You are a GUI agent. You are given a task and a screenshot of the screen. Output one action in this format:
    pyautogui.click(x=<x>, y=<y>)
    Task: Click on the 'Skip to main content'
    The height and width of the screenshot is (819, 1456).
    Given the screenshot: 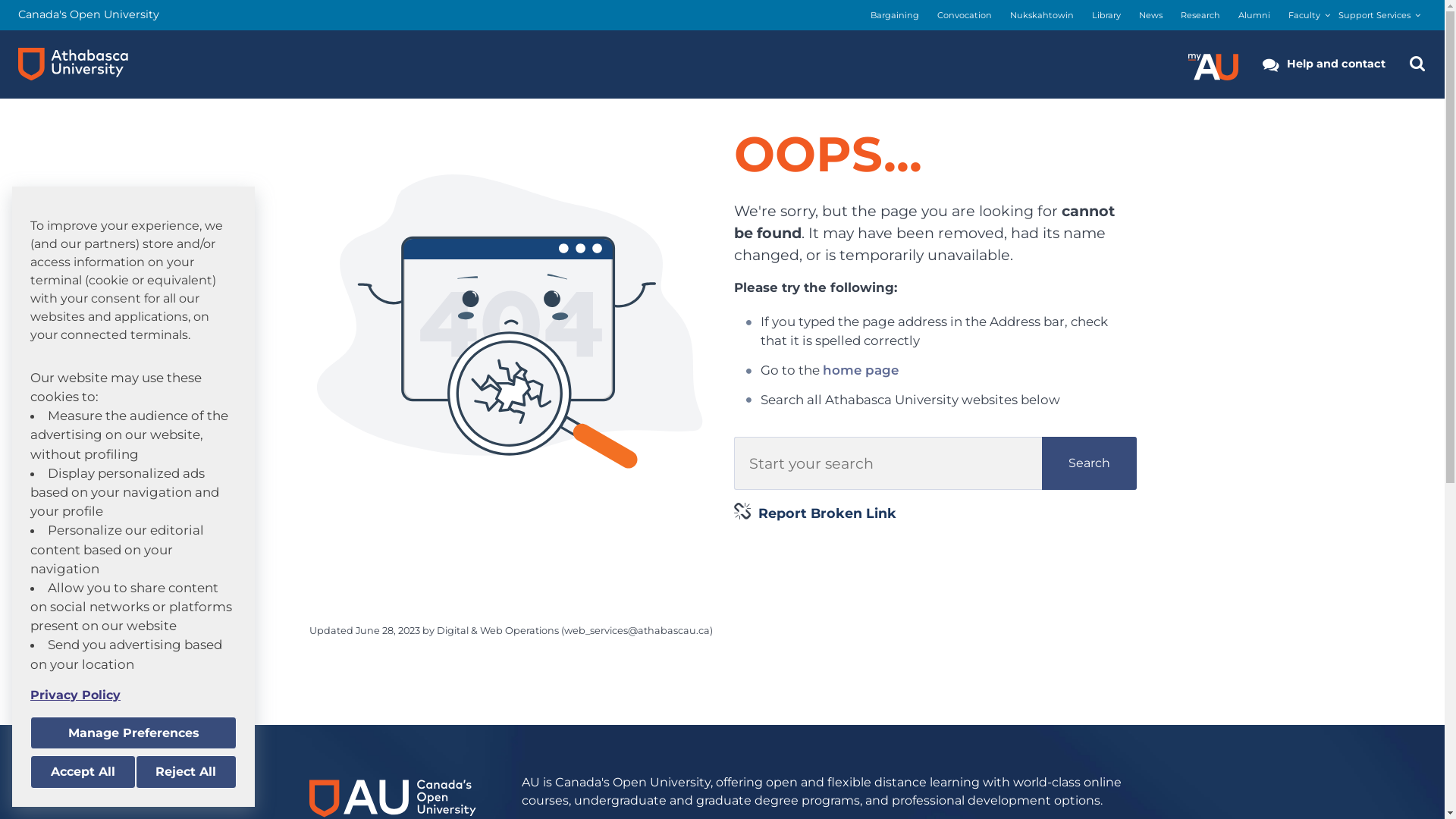 What is the action you would take?
    pyautogui.click(x=0, y=0)
    